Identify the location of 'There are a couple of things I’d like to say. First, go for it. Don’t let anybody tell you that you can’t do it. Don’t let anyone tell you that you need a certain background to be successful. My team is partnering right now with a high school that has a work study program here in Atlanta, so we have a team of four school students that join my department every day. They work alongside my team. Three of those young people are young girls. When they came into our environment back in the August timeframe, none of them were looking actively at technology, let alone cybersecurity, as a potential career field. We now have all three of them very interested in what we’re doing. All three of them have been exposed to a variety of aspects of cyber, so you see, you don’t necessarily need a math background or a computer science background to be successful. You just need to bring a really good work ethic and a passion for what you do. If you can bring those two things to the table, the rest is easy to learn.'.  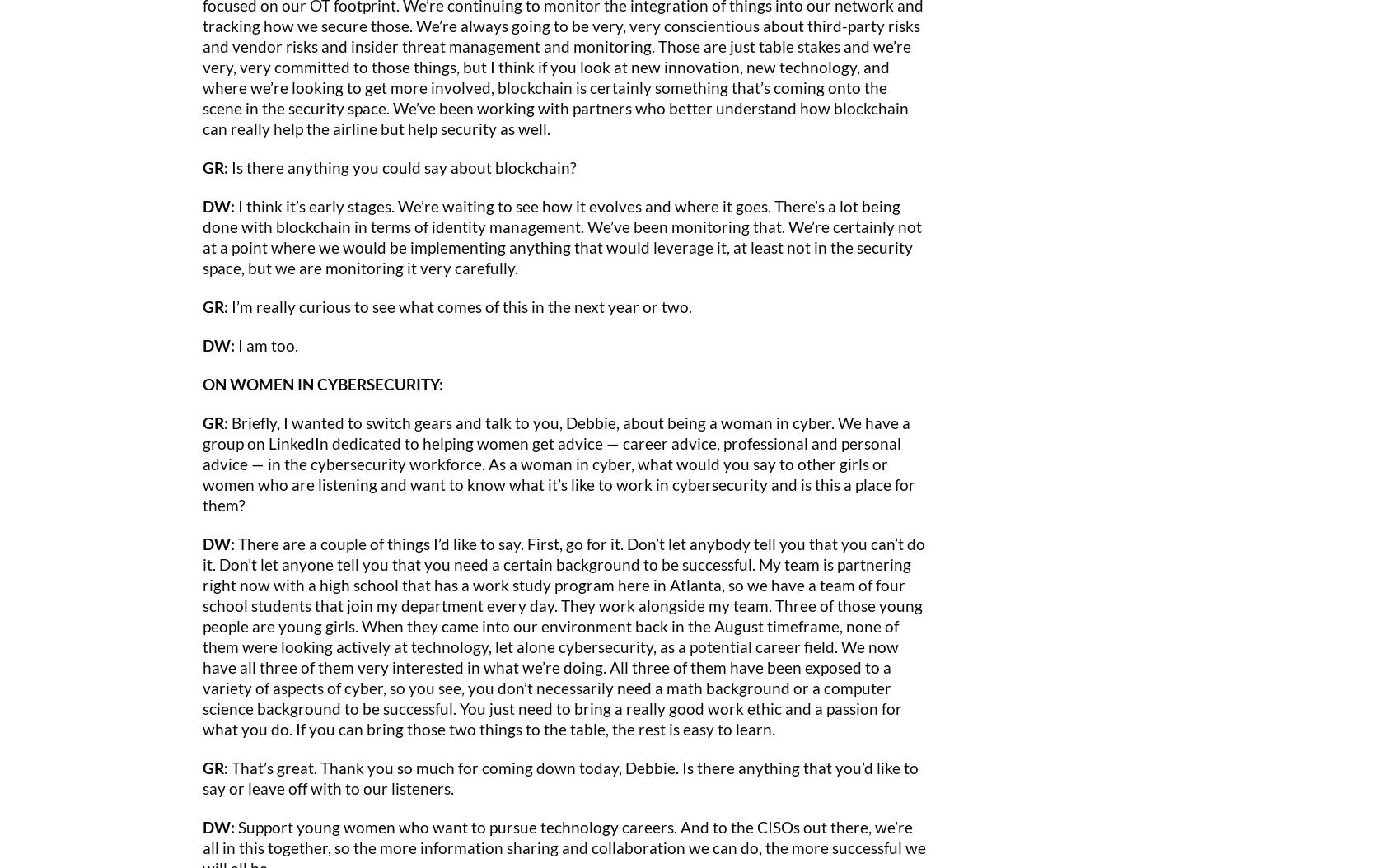
(203, 635).